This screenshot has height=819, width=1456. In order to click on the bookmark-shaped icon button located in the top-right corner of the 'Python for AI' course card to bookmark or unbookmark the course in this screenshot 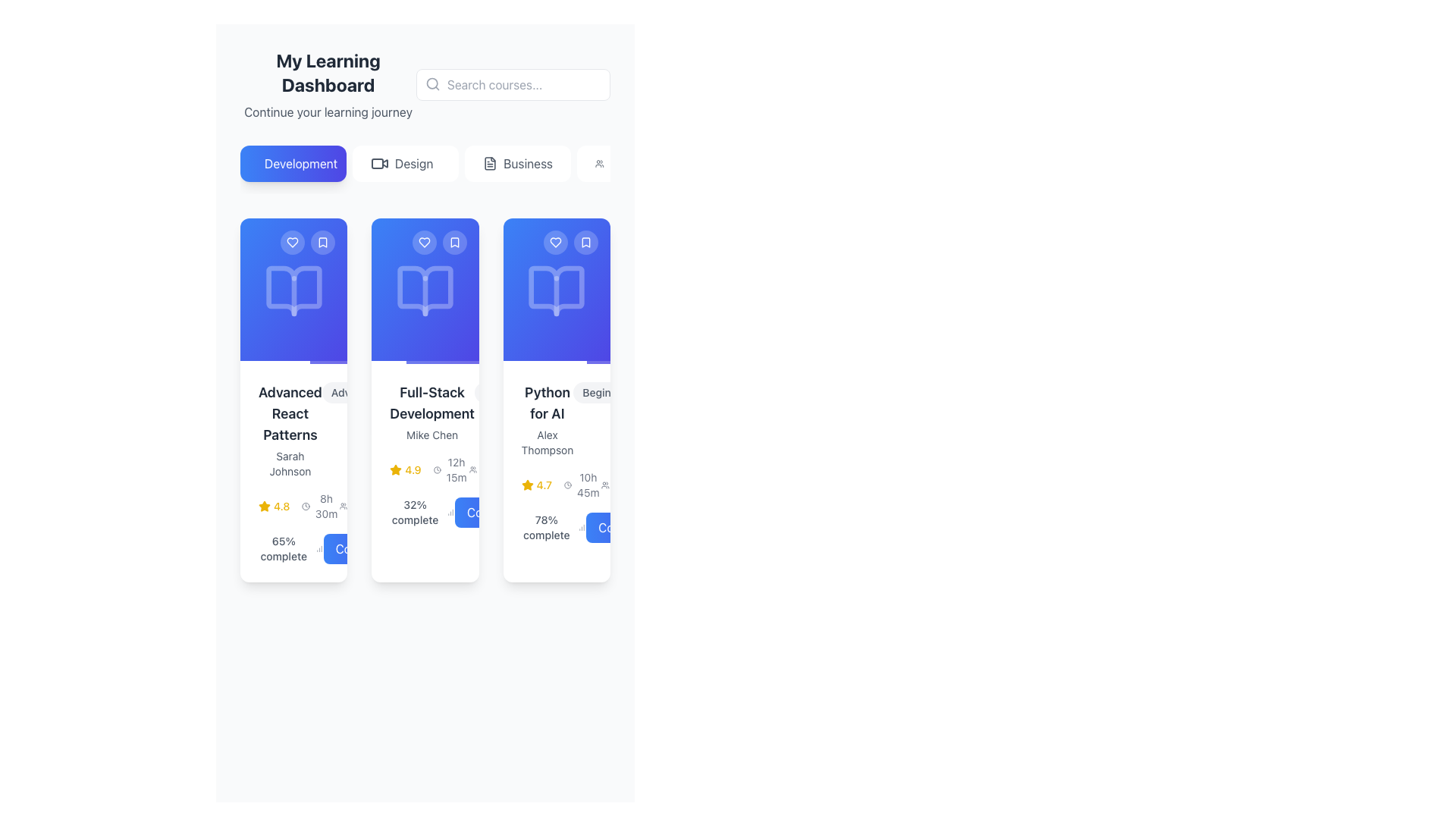, I will do `click(585, 242)`.